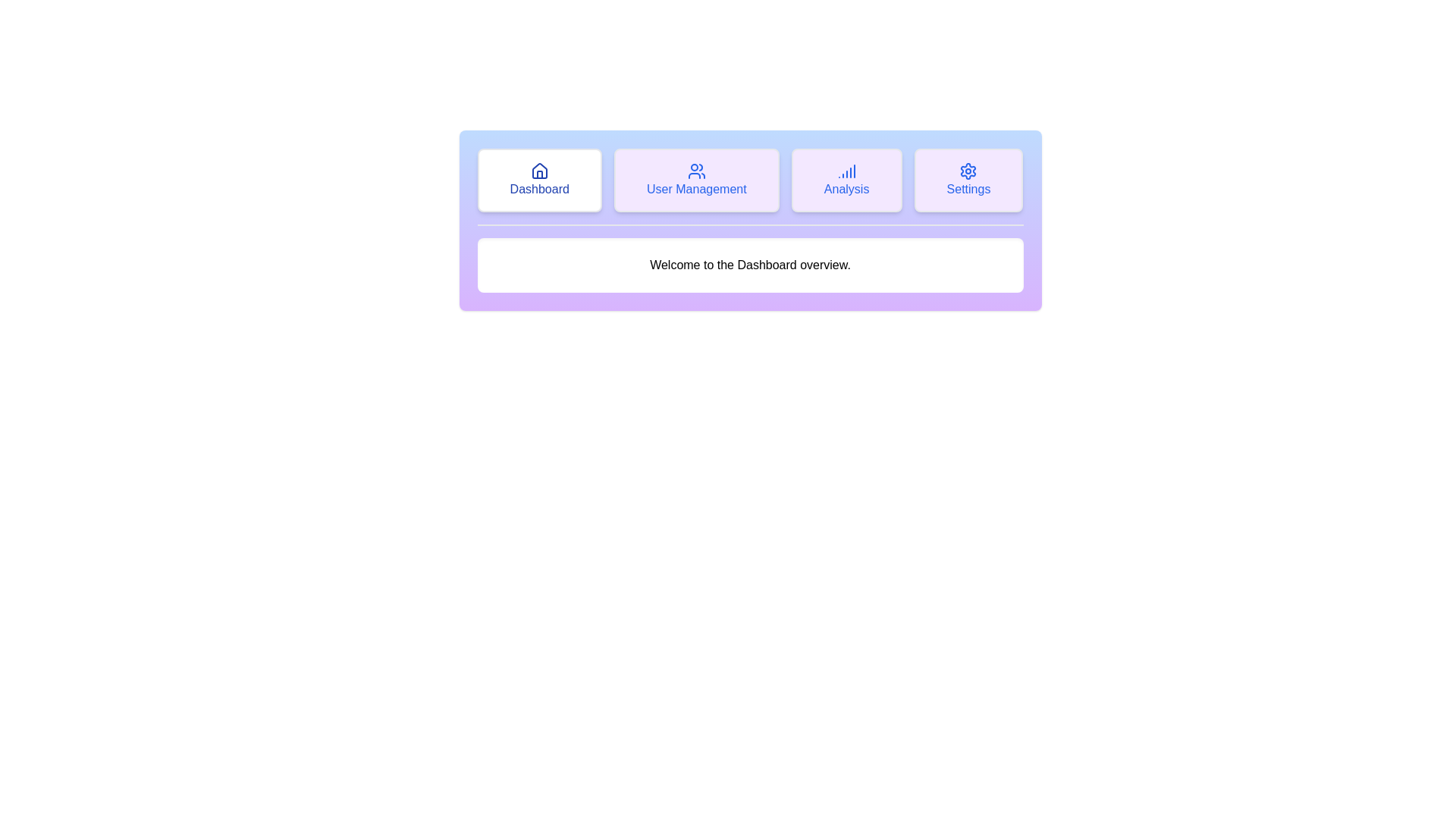  What do you see at coordinates (750, 265) in the screenshot?
I see `the instructional text block that says 'Welcome to the Dashboard overview.' to understand the dashboard's purpose and layout` at bounding box center [750, 265].